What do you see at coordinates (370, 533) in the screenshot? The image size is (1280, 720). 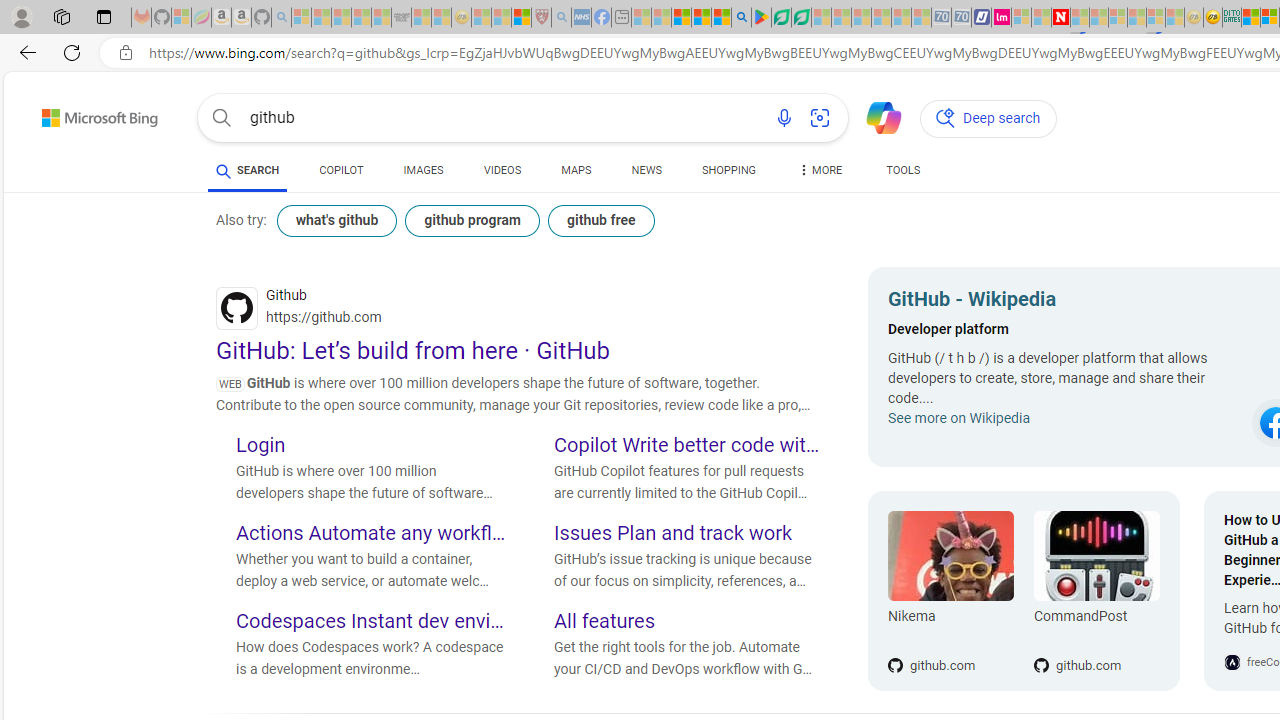 I see `'Actions Automate any workflow'` at bounding box center [370, 533].